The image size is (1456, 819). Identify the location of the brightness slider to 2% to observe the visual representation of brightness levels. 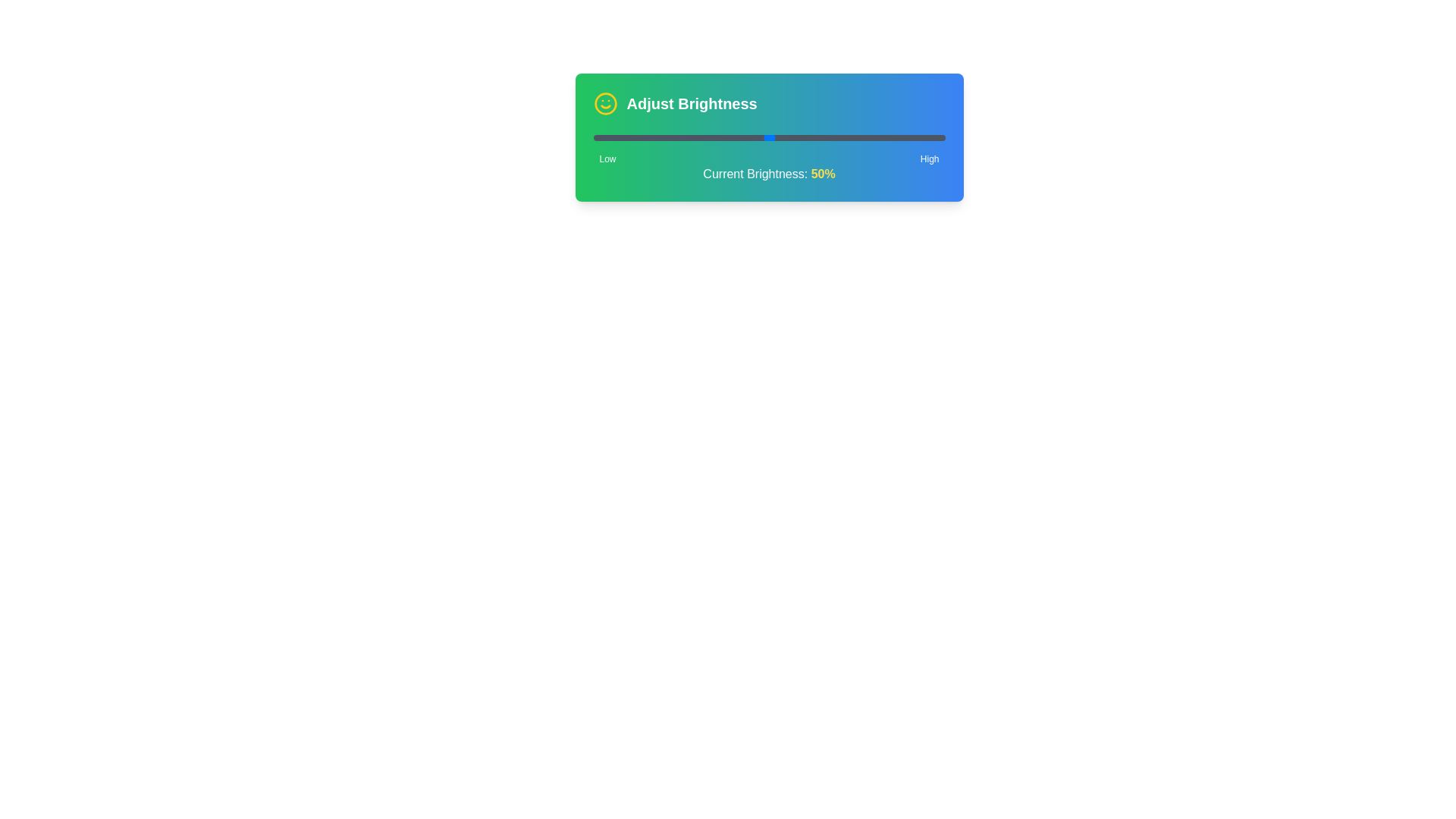
(599, 137).